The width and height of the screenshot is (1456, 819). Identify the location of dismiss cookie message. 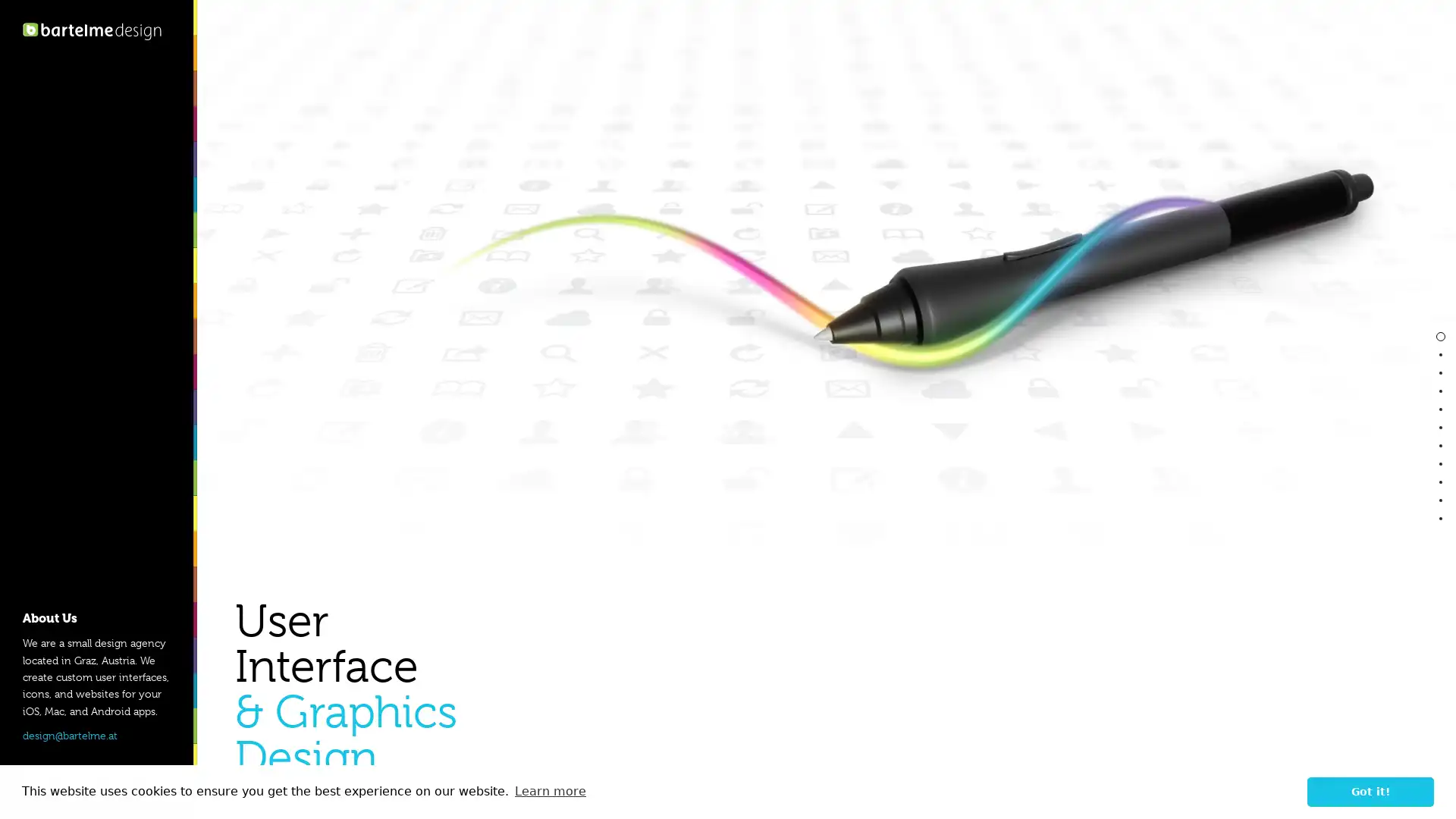
(1370, 791).